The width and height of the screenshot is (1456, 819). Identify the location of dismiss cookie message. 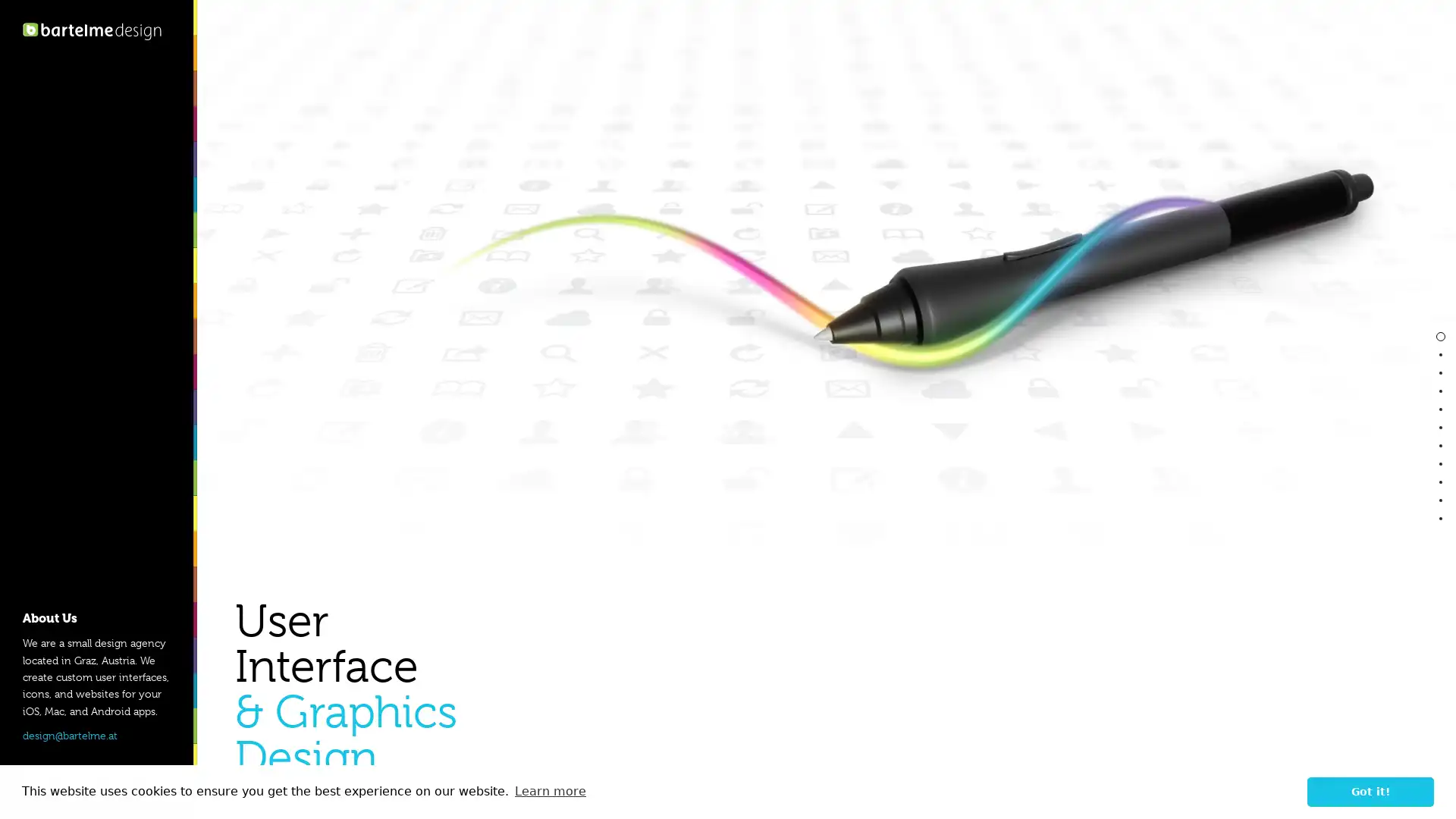
(1370, 791).